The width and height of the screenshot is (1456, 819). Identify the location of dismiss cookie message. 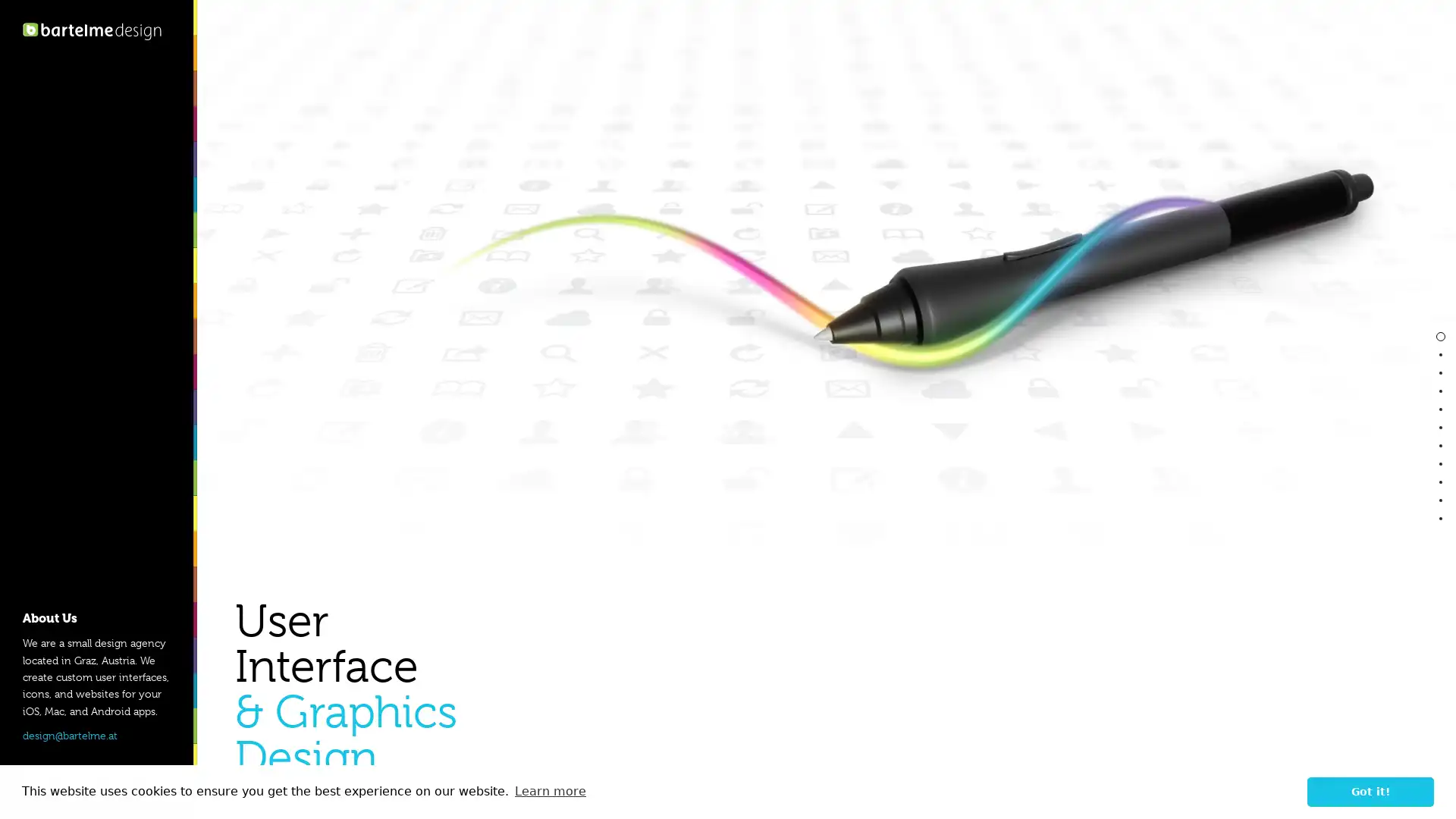
(1370, 791).